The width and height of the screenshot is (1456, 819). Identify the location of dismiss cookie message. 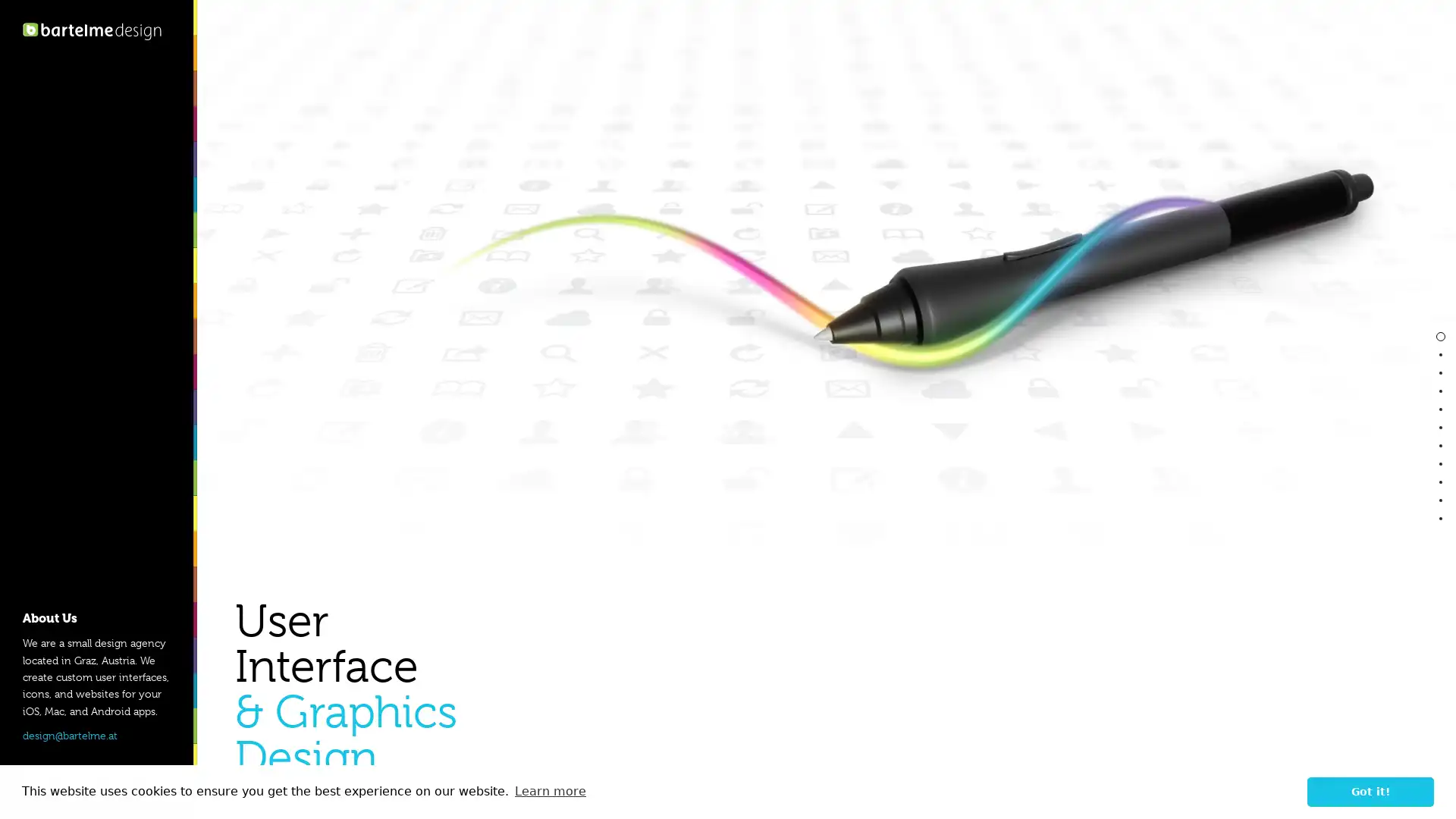
(1370, 791).